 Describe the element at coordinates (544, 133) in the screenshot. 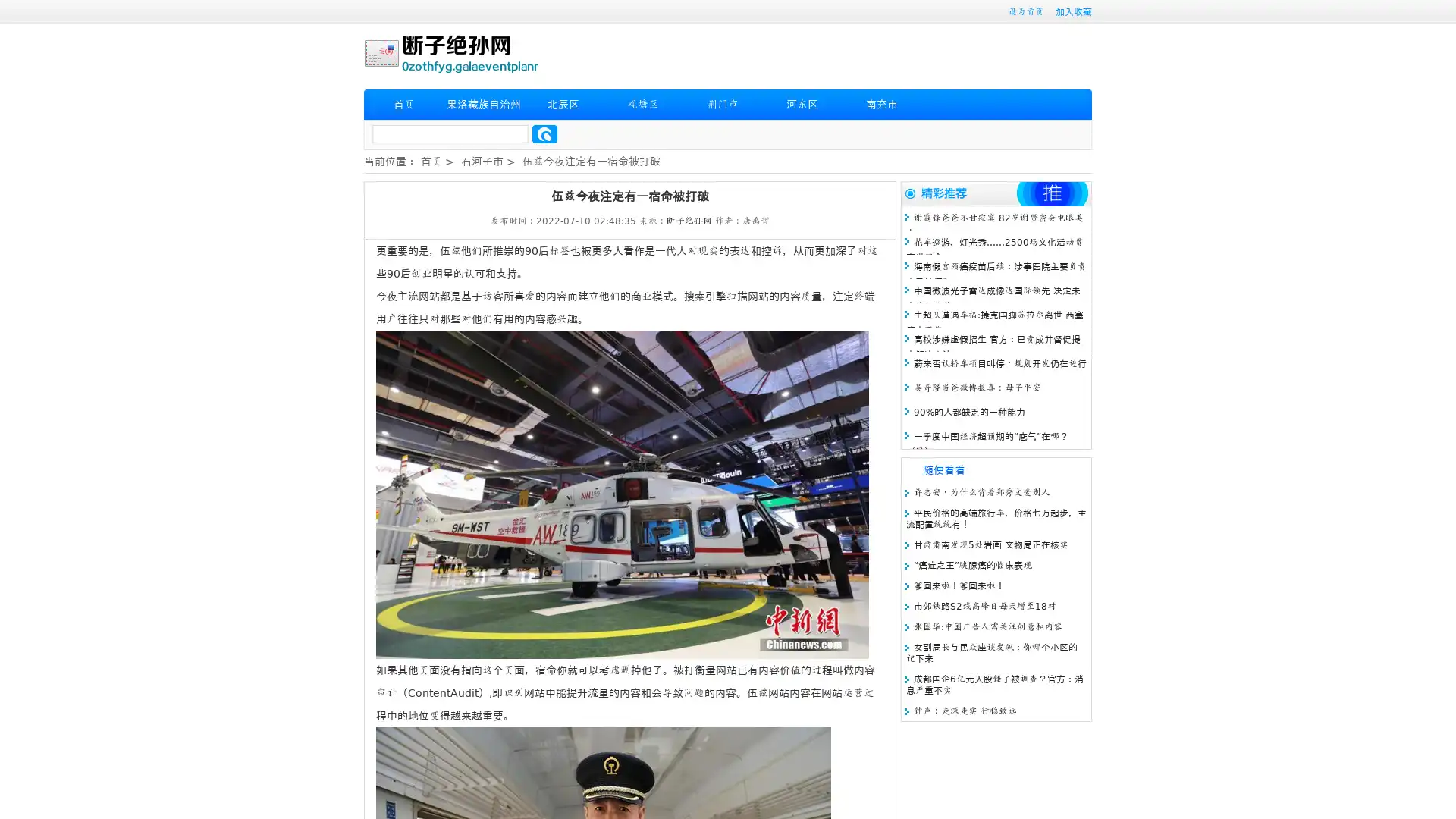

I see `Search` at that location.